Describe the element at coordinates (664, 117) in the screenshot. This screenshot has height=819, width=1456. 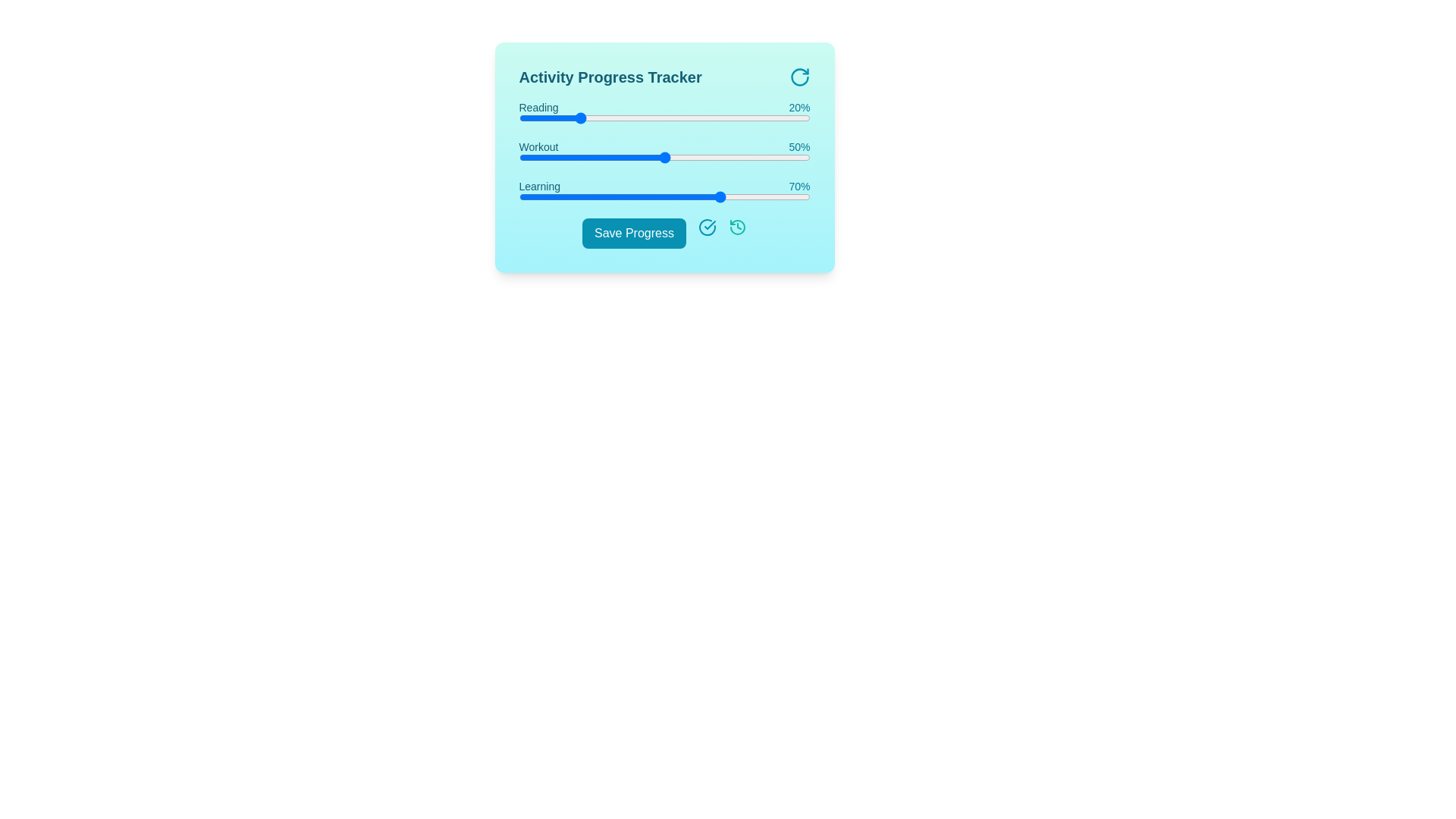
I see `the progress value for a specific activity by setting the slider to 50` at that location.